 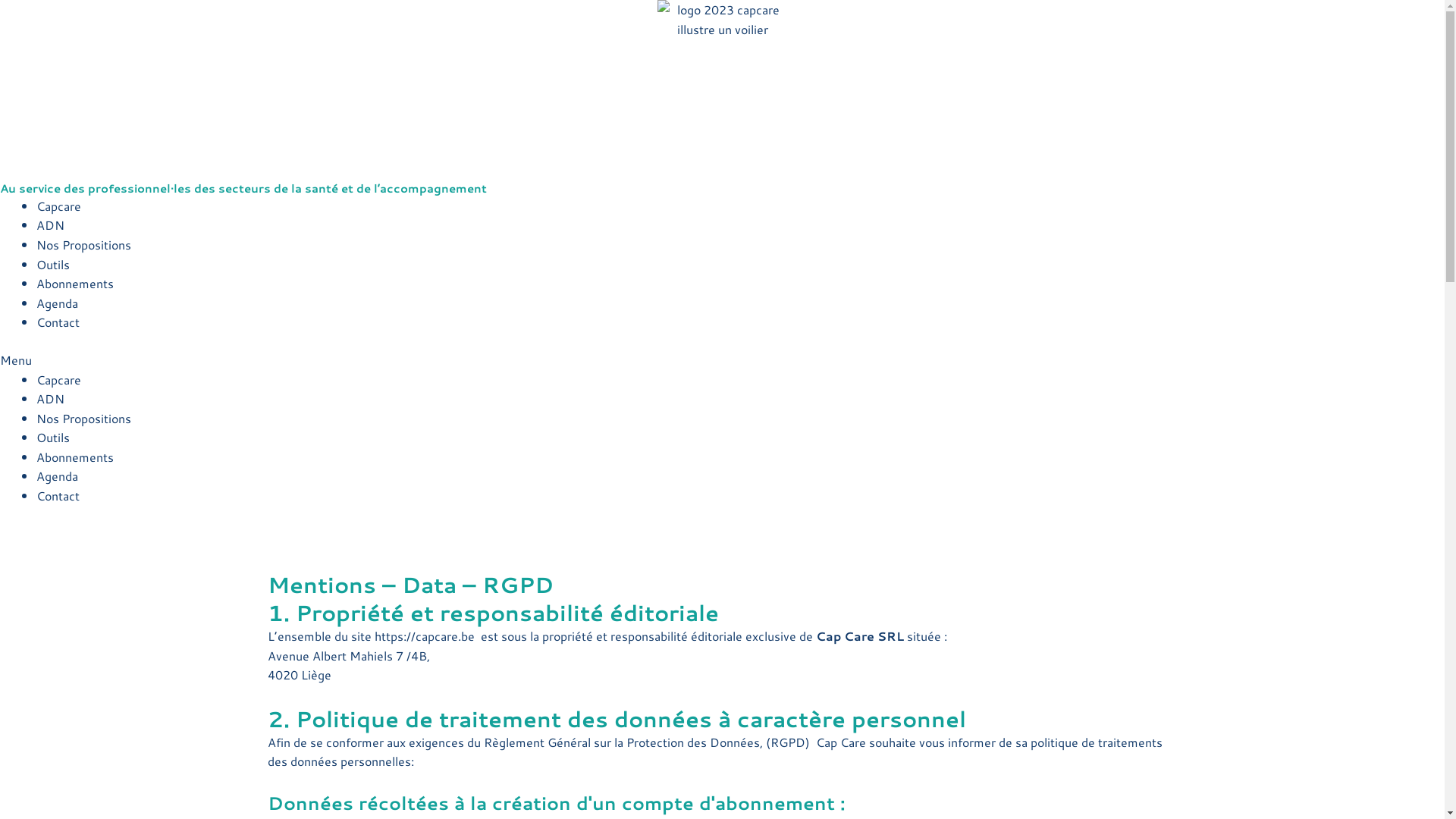 What do you see at coordinates (58, 495) in the screenshot?
I see `'Contact'` at bounding box center [58, 495].